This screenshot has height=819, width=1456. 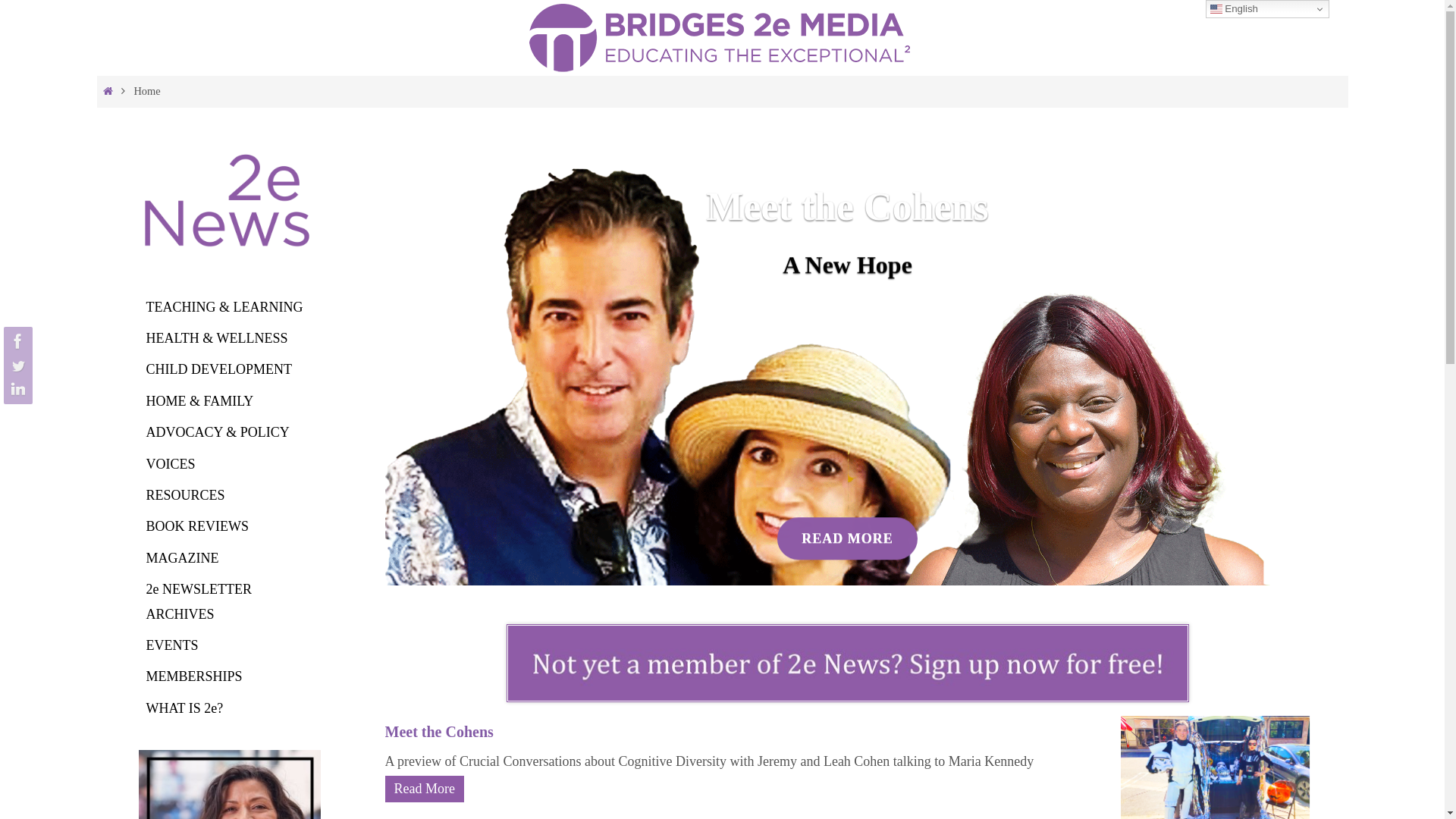 What do you see at coordinates (223, 307) in the screenshot?
I see `'TEACHING & LEARNING'` at bounding box center [223, 307].